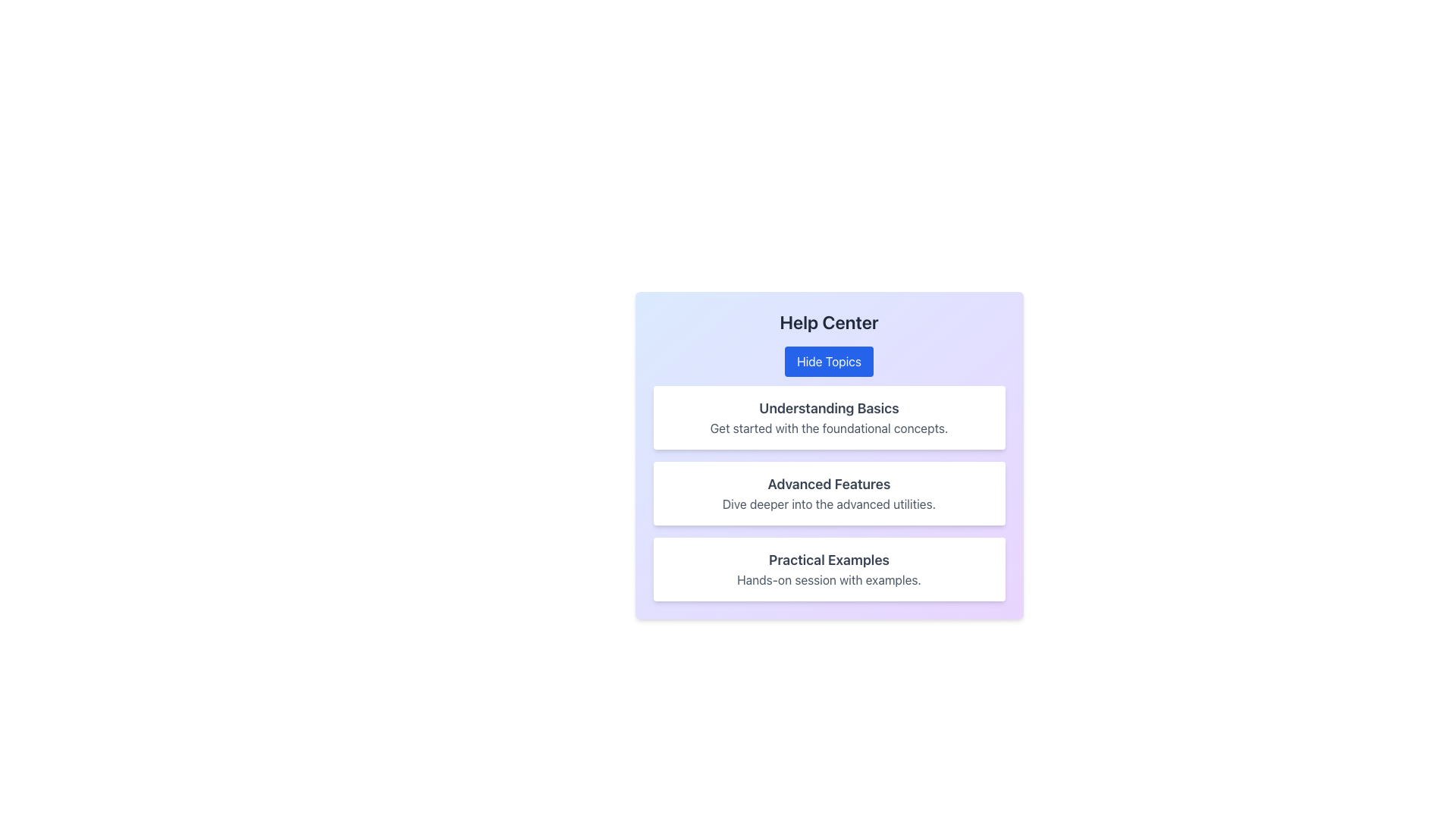  I want to click on the blue rectangular button labeled 'Hide Topics', so click(828, 362).